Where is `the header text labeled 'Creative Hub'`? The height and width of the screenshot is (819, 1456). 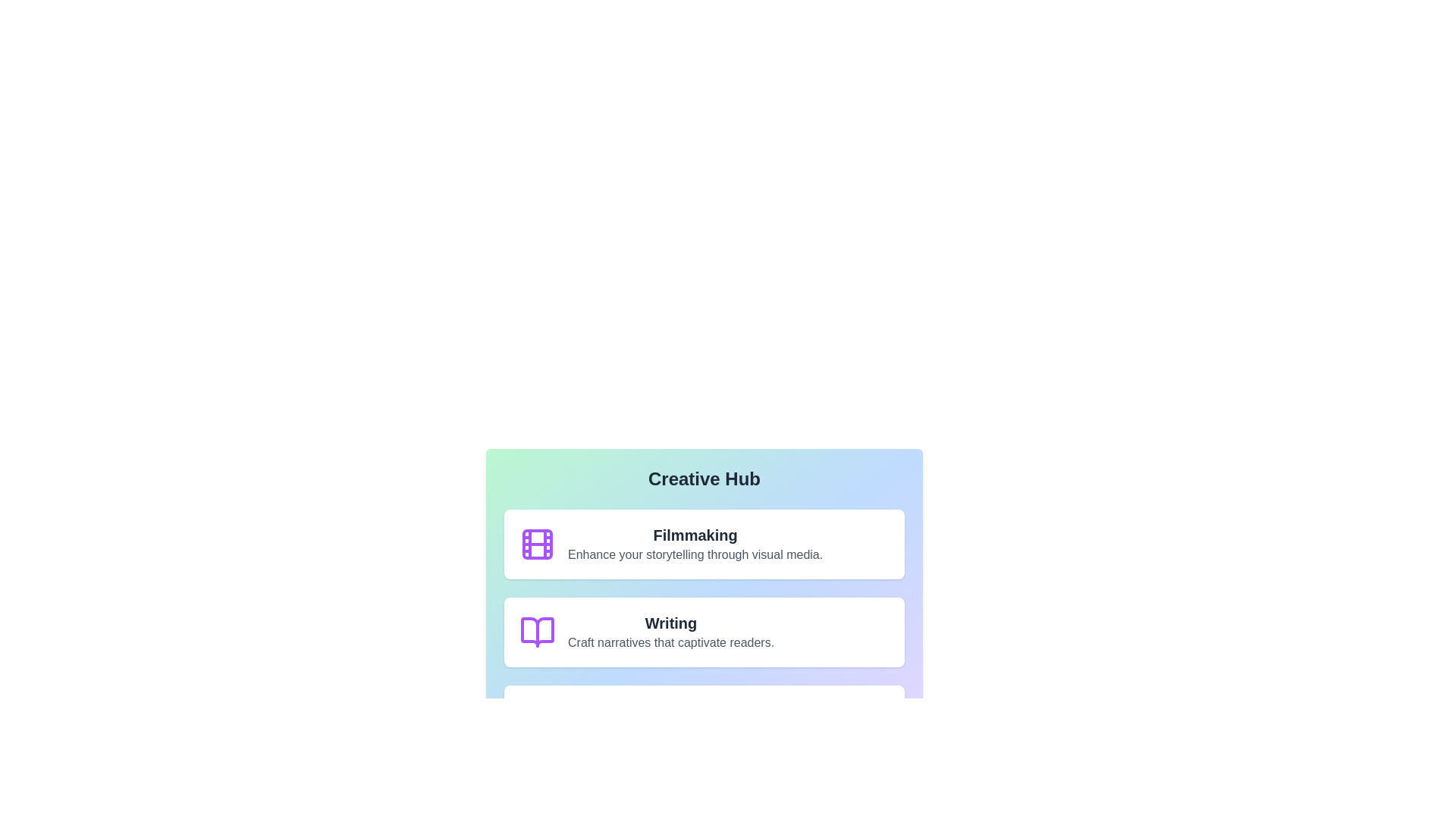 the header text labeled 'Creative Hub' is located at coordinates (704, 479).